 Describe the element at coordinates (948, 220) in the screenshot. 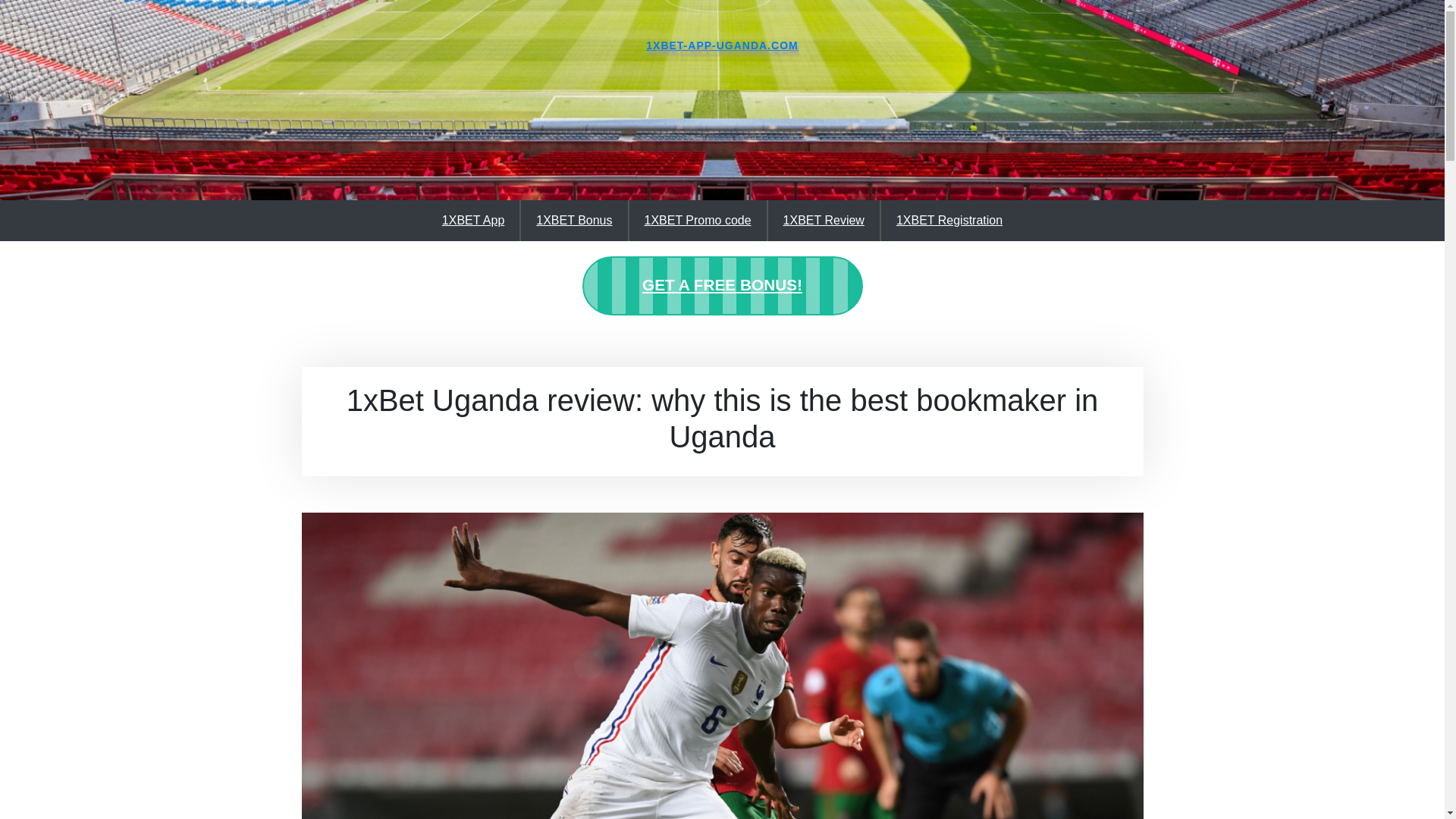

I see `'1XBET Registration'` at that location.